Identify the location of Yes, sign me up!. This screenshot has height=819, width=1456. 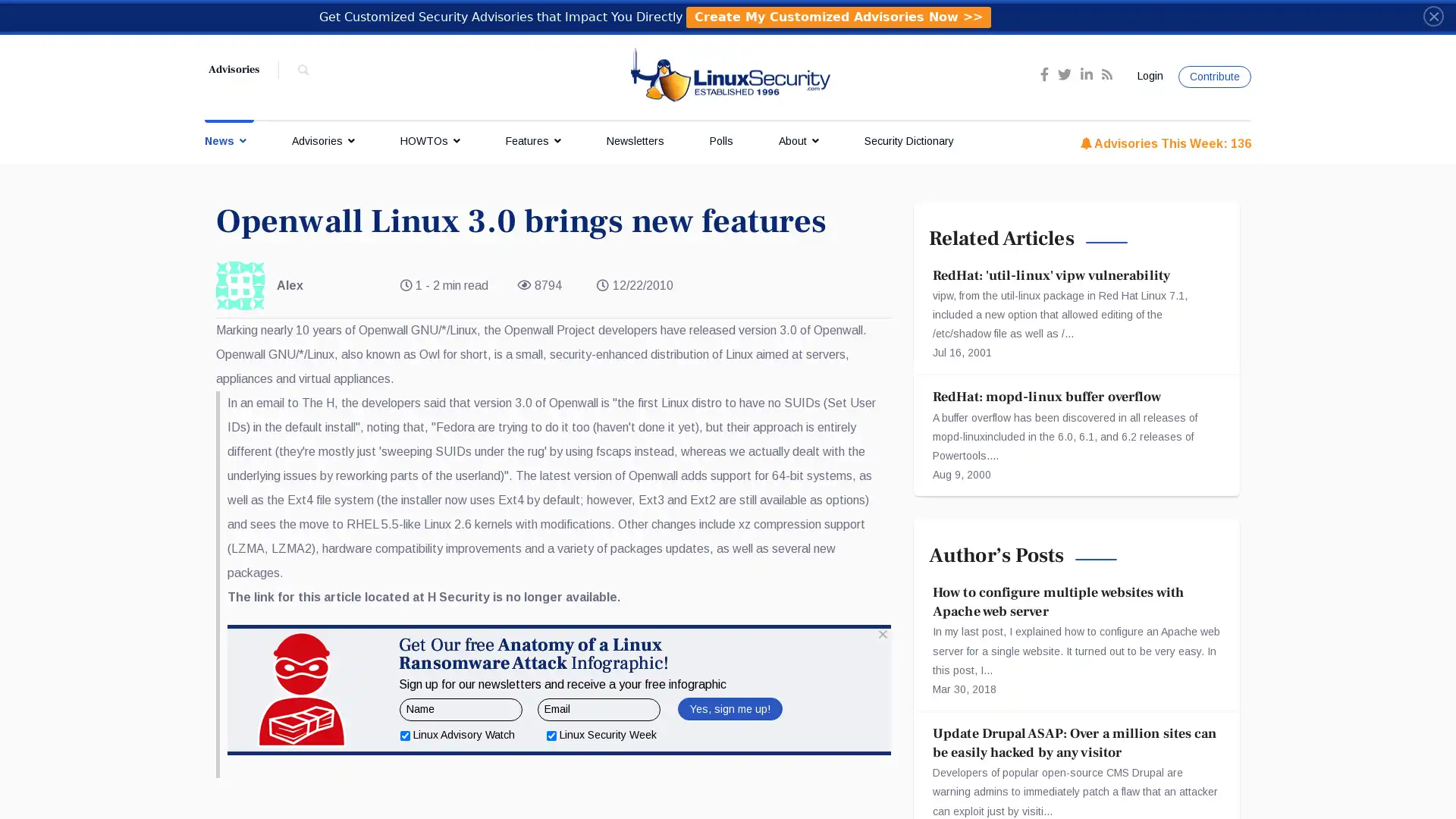
(729, 783).